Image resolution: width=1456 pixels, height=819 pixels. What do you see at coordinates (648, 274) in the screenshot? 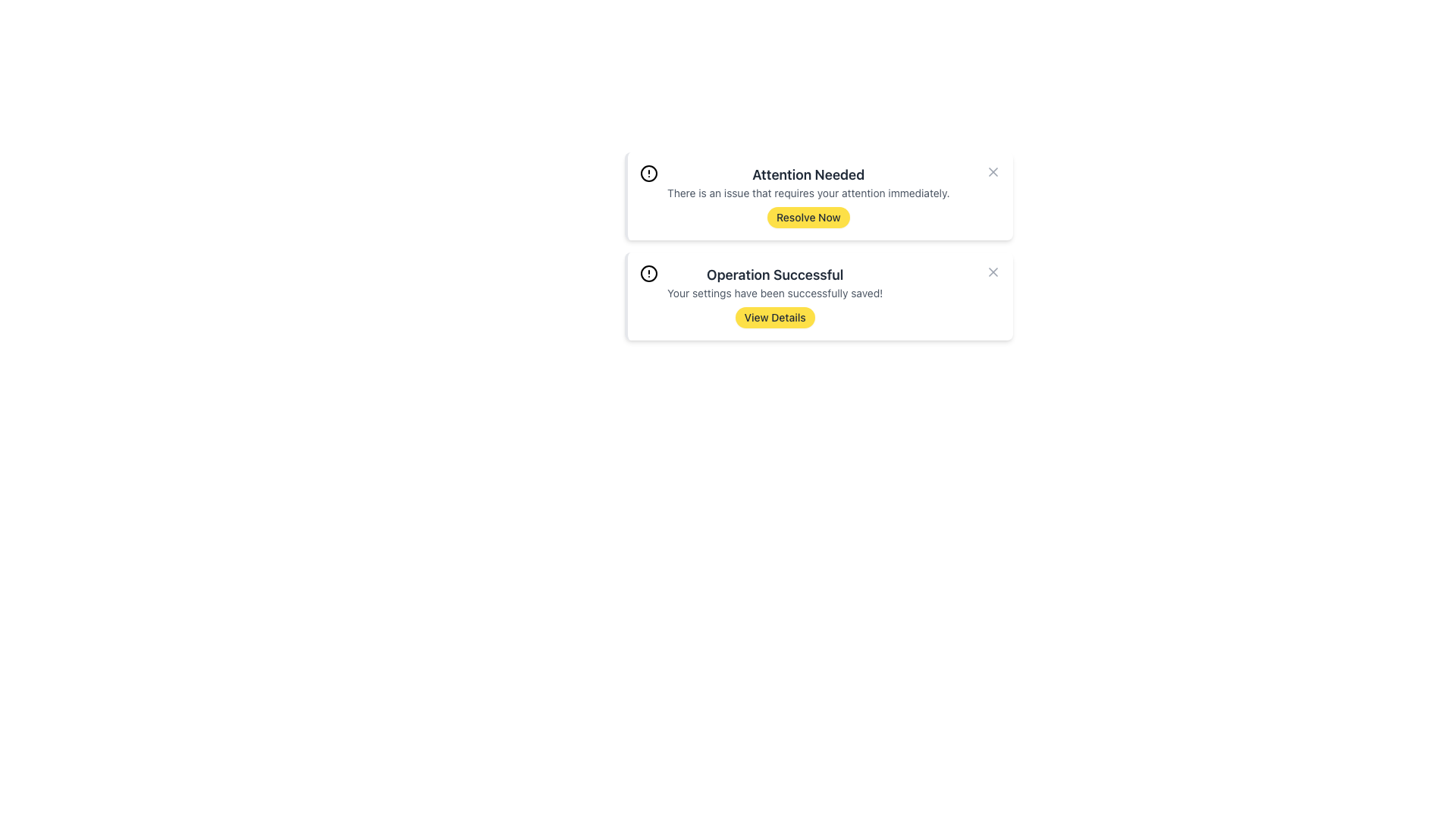
I see `the SVG Circle Element that signifies 'Operation Successful' located at the center of the circular icon component in the second notification panel` at bounding box center [648, 274].